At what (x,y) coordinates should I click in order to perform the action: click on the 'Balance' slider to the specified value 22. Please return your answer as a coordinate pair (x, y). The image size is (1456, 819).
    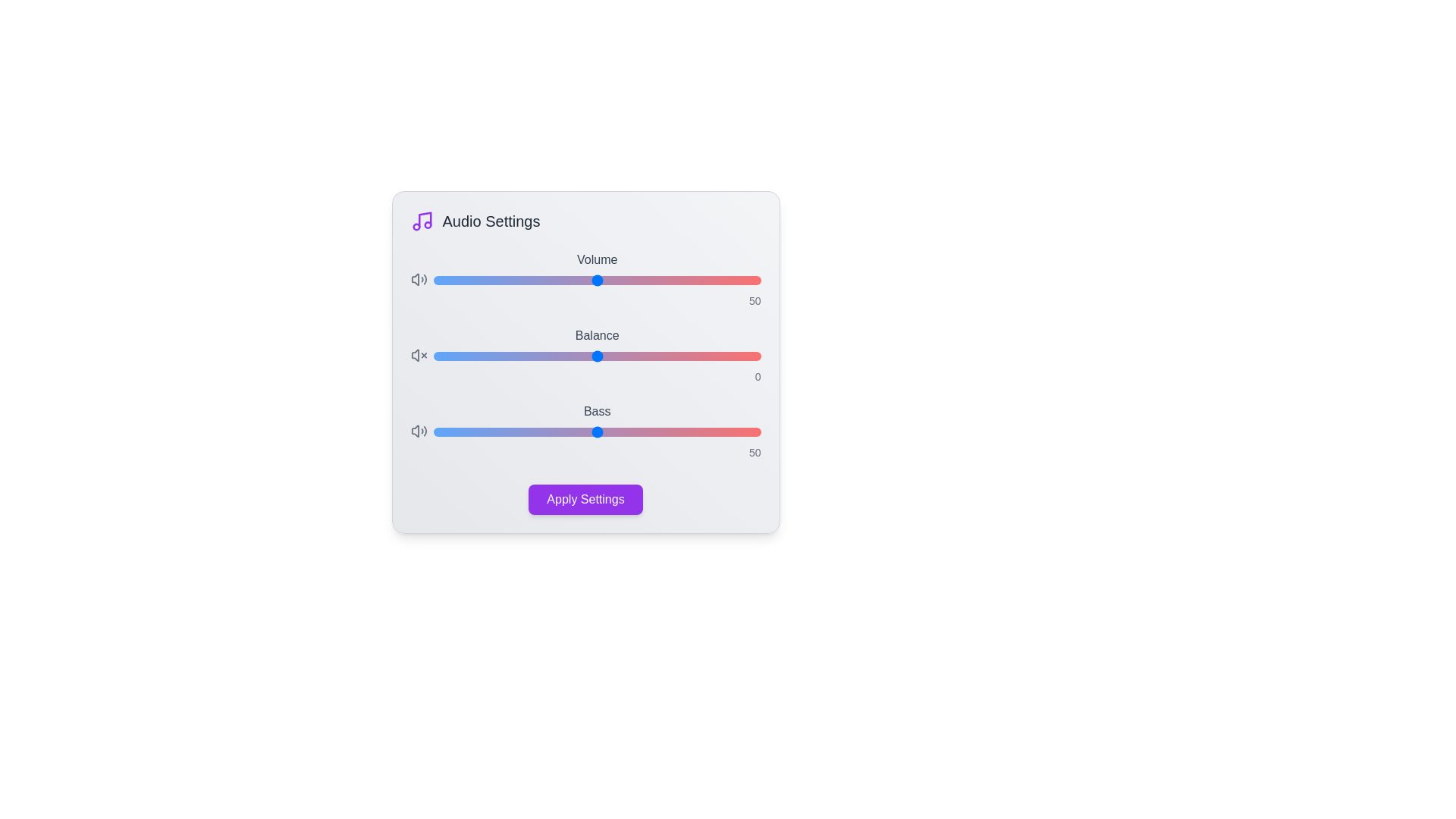
    Looking at the image, I should click on (668, 356).